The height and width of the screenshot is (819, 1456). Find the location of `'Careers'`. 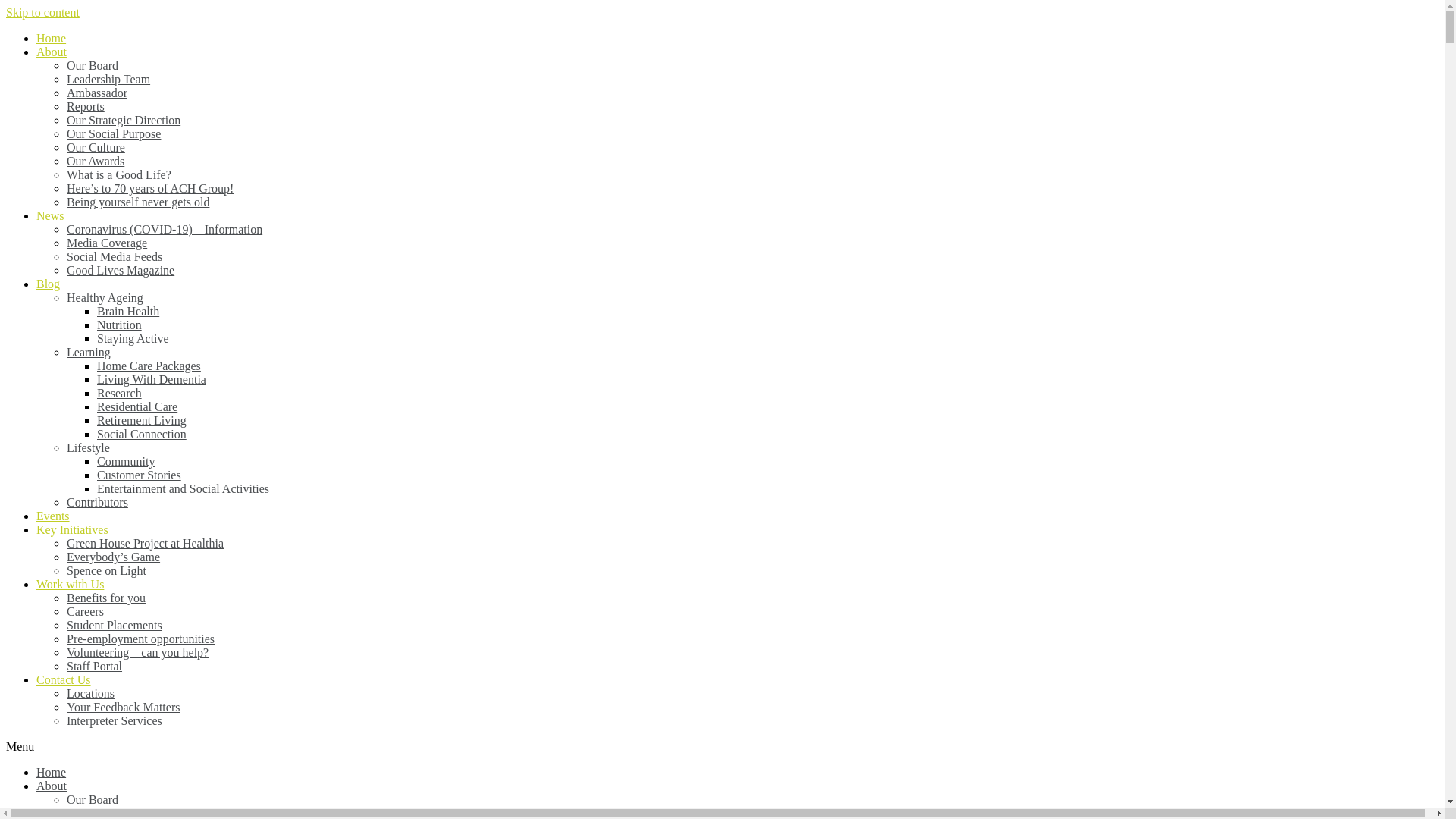

'Careers' is located at coordinates (84, 610).